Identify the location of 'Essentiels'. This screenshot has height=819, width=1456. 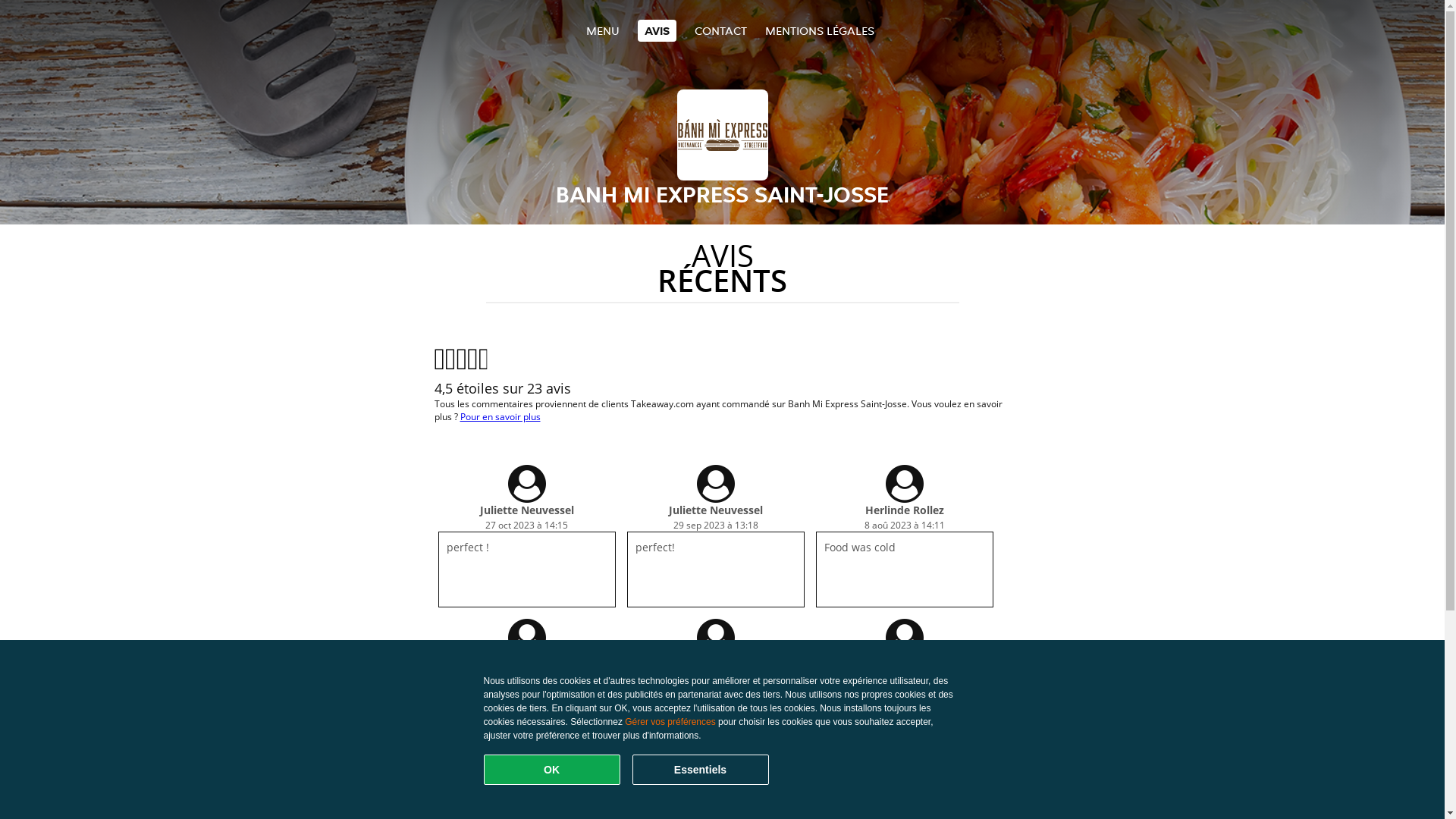
(699, 769).